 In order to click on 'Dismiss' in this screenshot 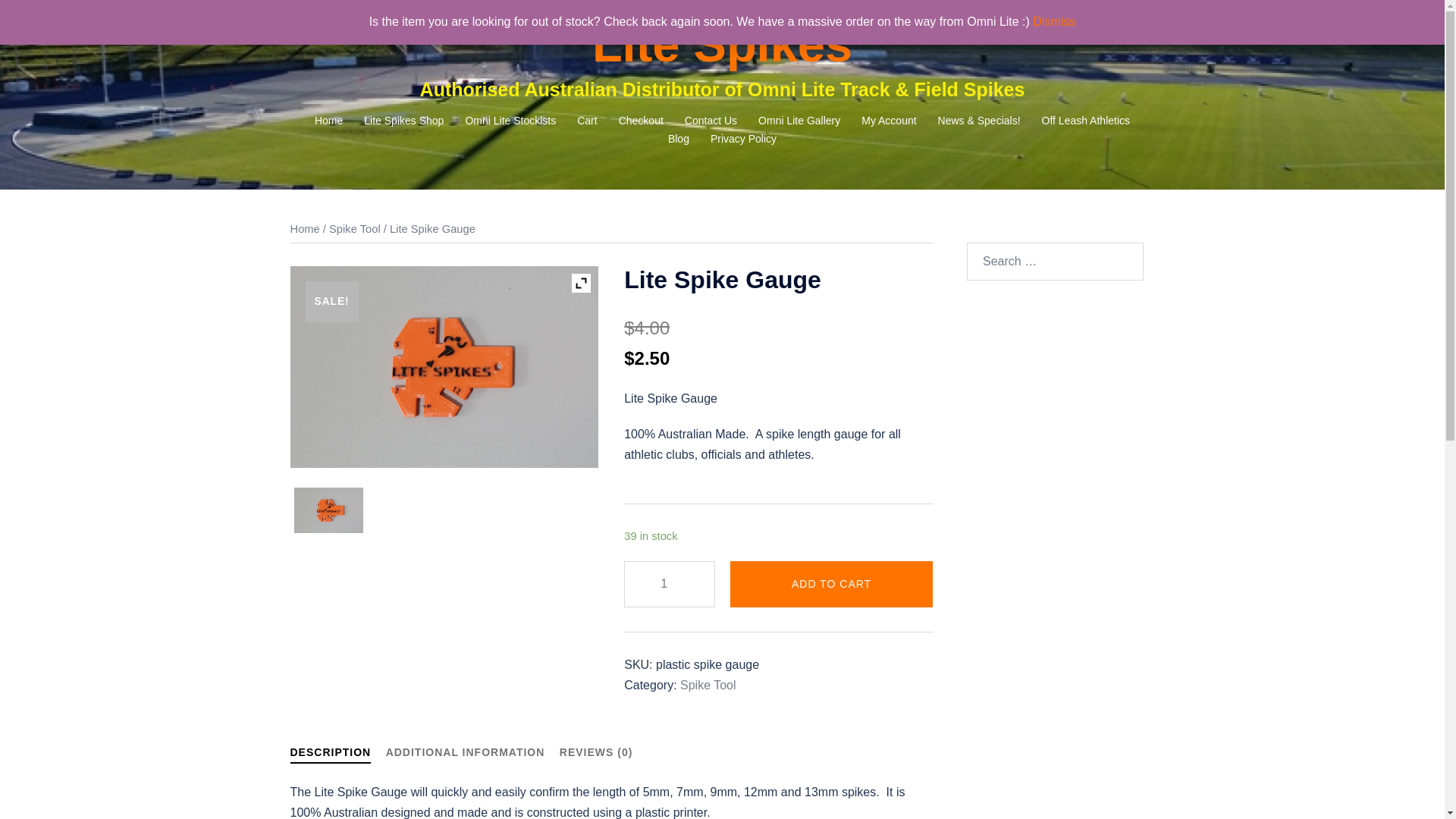, I will do `click(1053, 21)`.